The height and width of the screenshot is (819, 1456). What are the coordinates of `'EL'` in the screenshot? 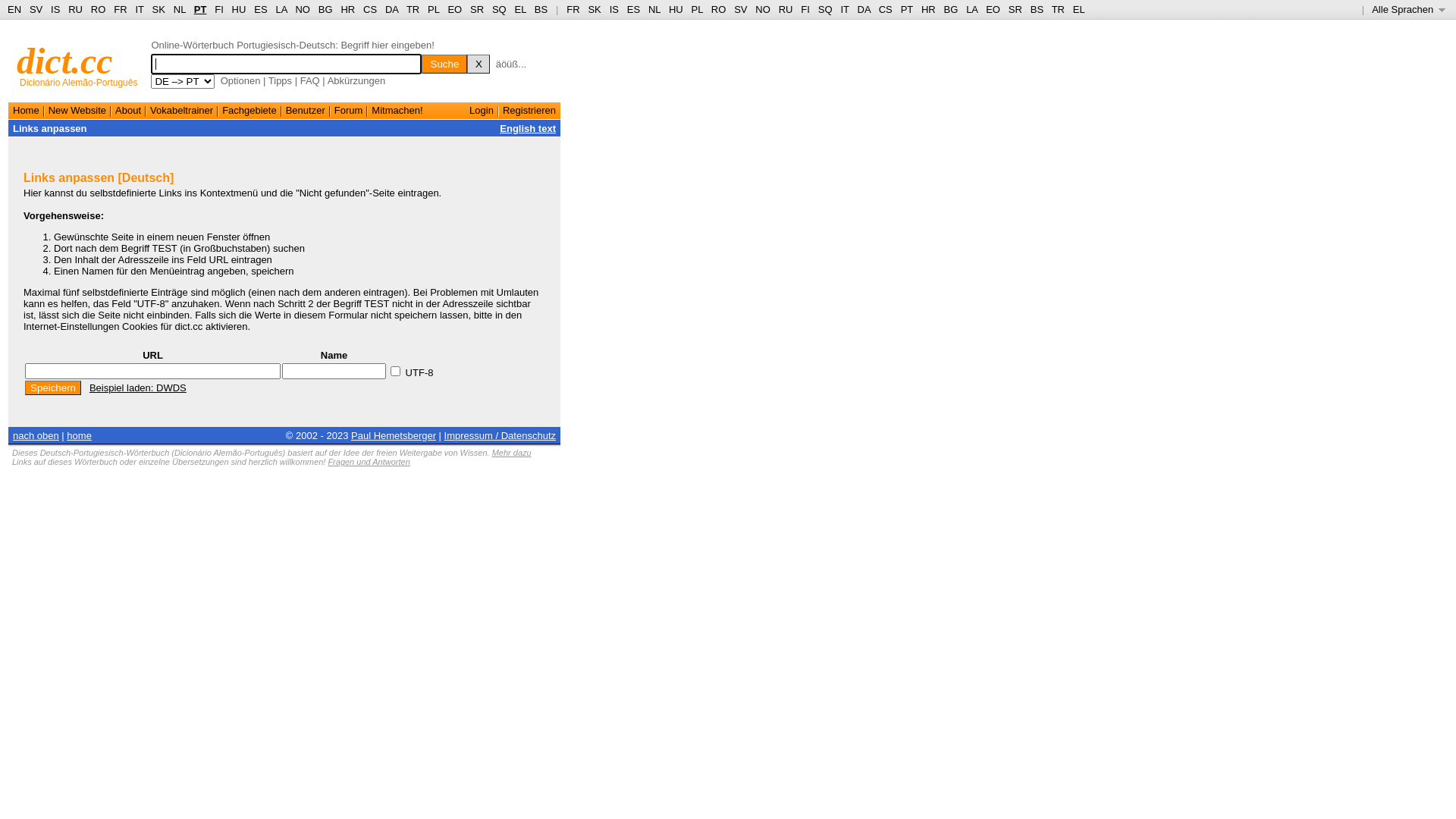 It's located at (520, 9).